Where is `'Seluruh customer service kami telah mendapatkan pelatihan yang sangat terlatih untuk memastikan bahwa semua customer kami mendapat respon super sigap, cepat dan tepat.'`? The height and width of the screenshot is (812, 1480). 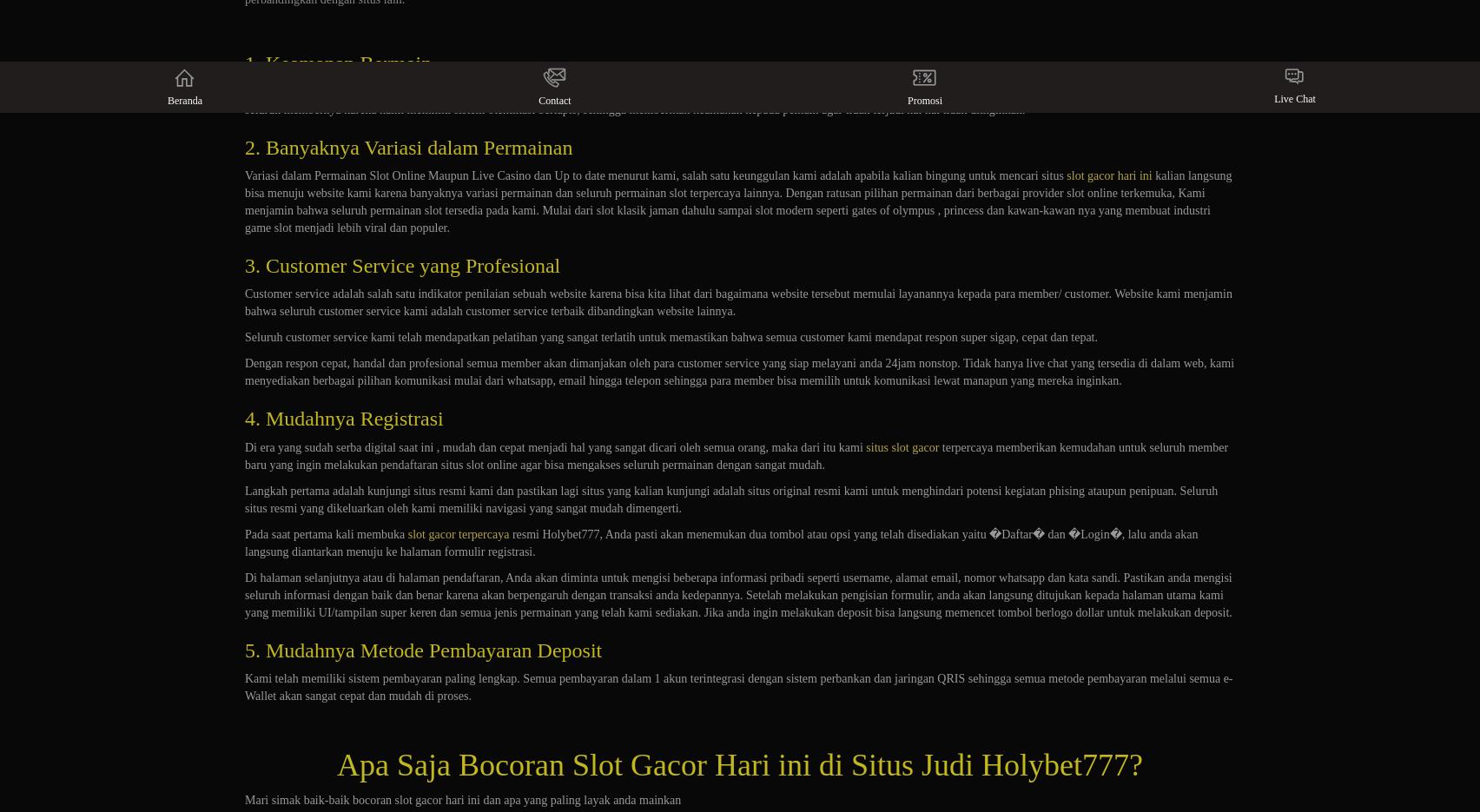 'Seluruh customer service kami telah mendapatkan pelatihan yang sangat terlatih untuk memastikan bahwa semua customer kami mendapat respon super sigap, cepat dan tepat.' is located at coordinates (670, 337).